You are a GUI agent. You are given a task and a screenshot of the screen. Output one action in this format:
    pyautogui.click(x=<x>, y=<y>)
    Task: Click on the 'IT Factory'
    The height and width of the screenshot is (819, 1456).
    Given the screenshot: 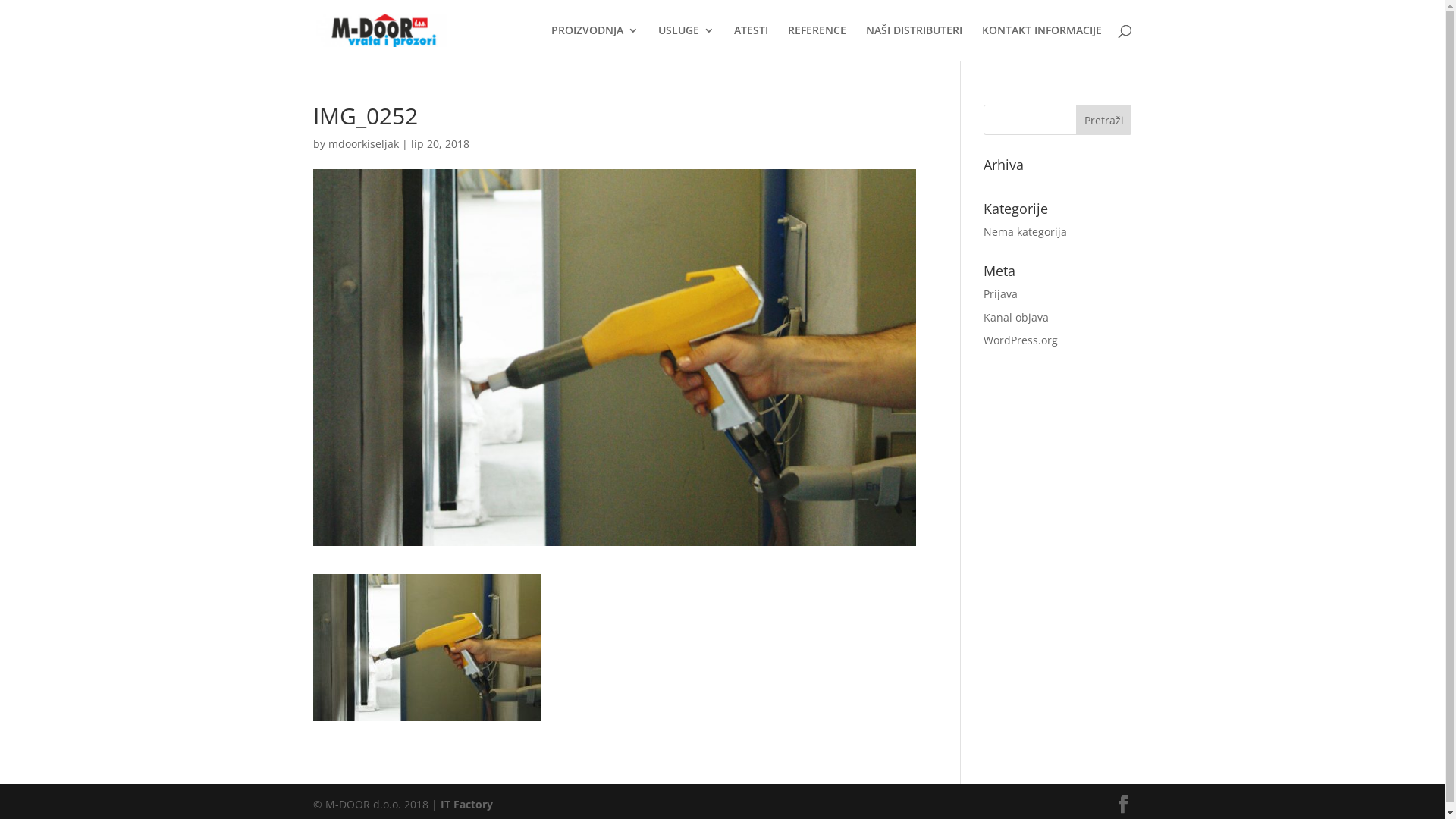 What is the action you would take?
    pyautogui.click(x=439, y=803)
    